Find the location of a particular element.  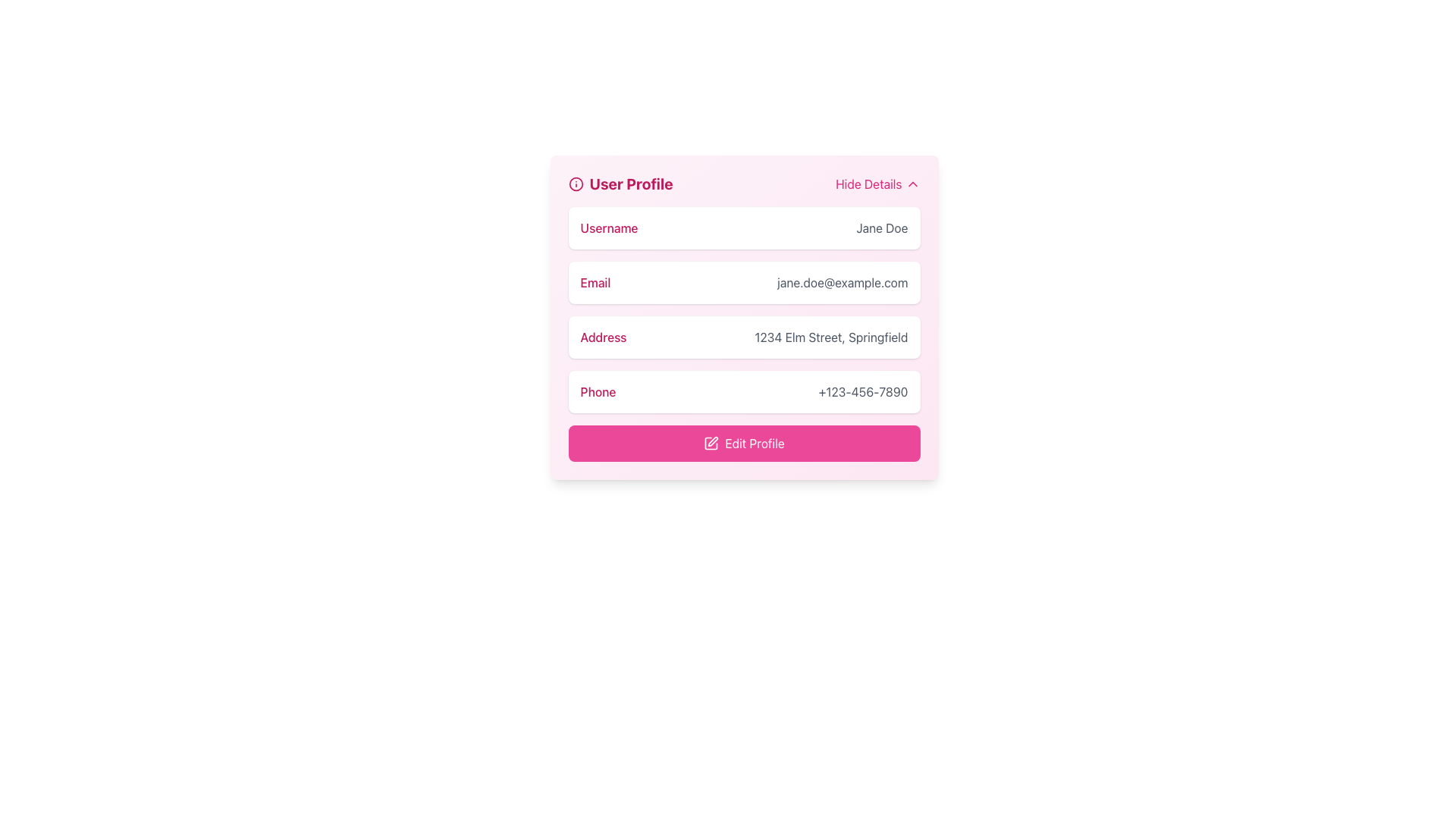

the 'Username' text label styled with the class 'text-pink-700 font-medium', which is located above the descriptor 'Jane Doe' is located at coordinates (609, 227).